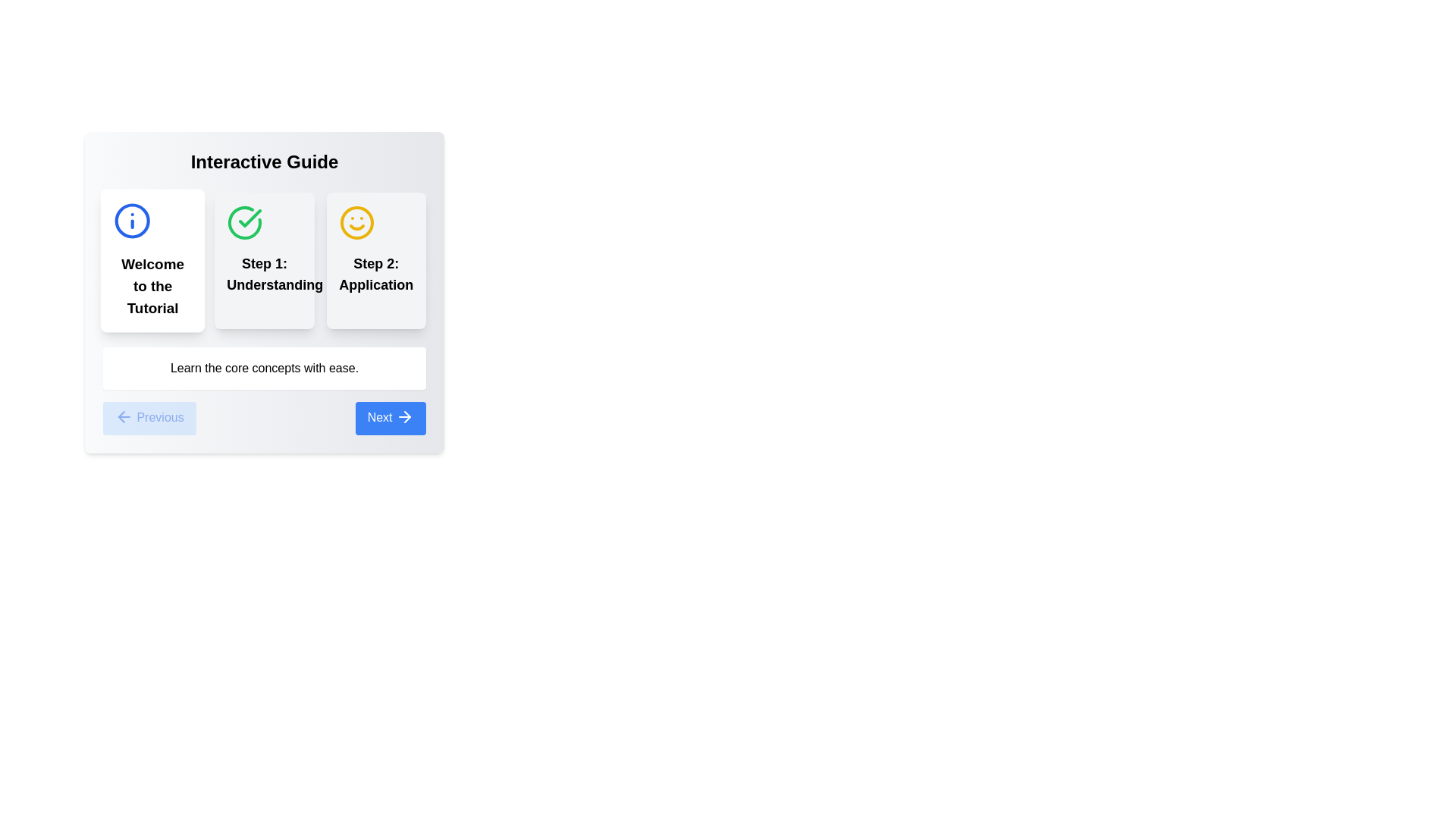 This screenshot has height=819, width=1456. I want to click on the step card labeled 'Welcome to the Tutorial', so click(152, 259).